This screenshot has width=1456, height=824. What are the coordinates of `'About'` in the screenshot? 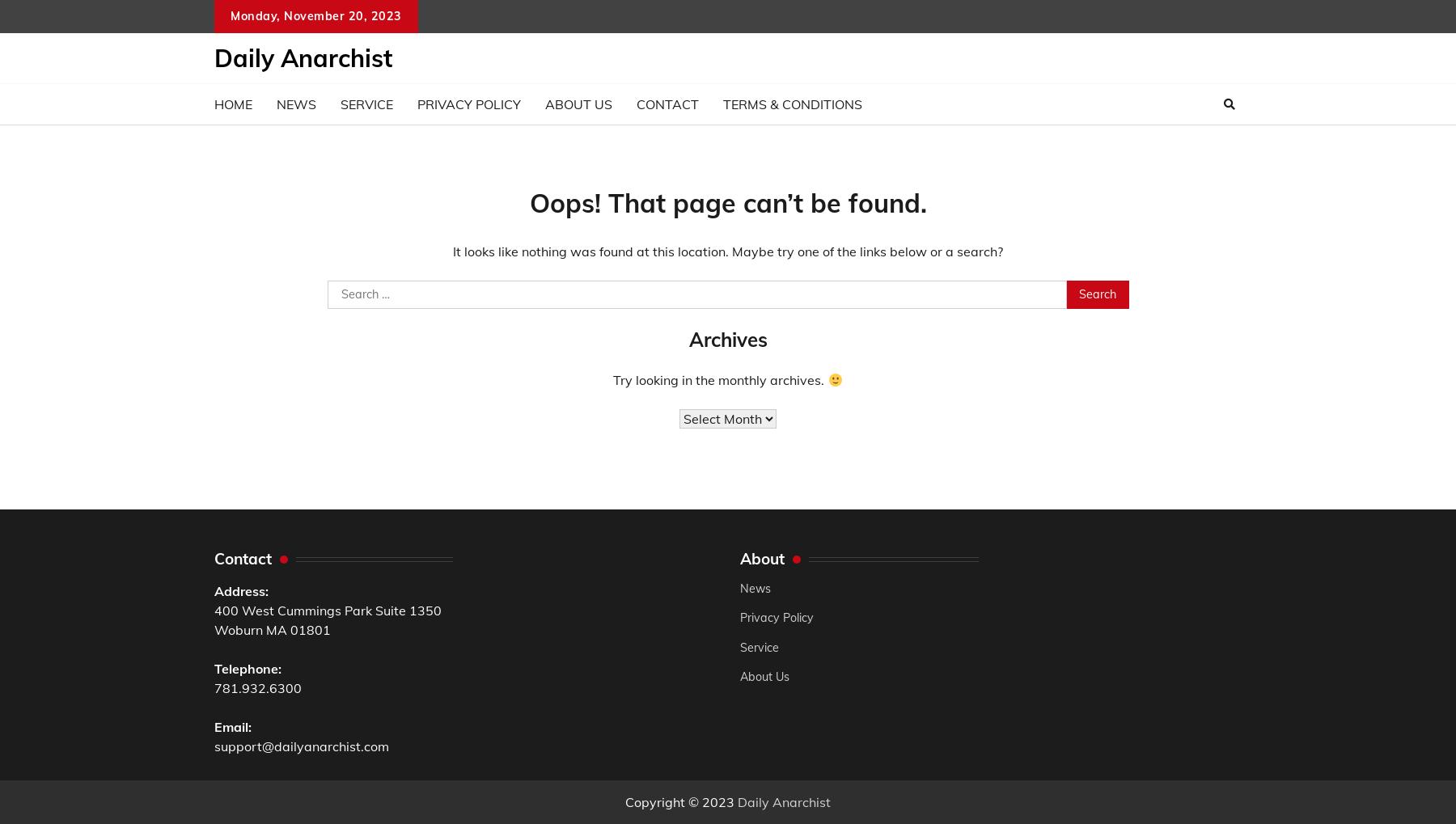 It's located at (761, 557).